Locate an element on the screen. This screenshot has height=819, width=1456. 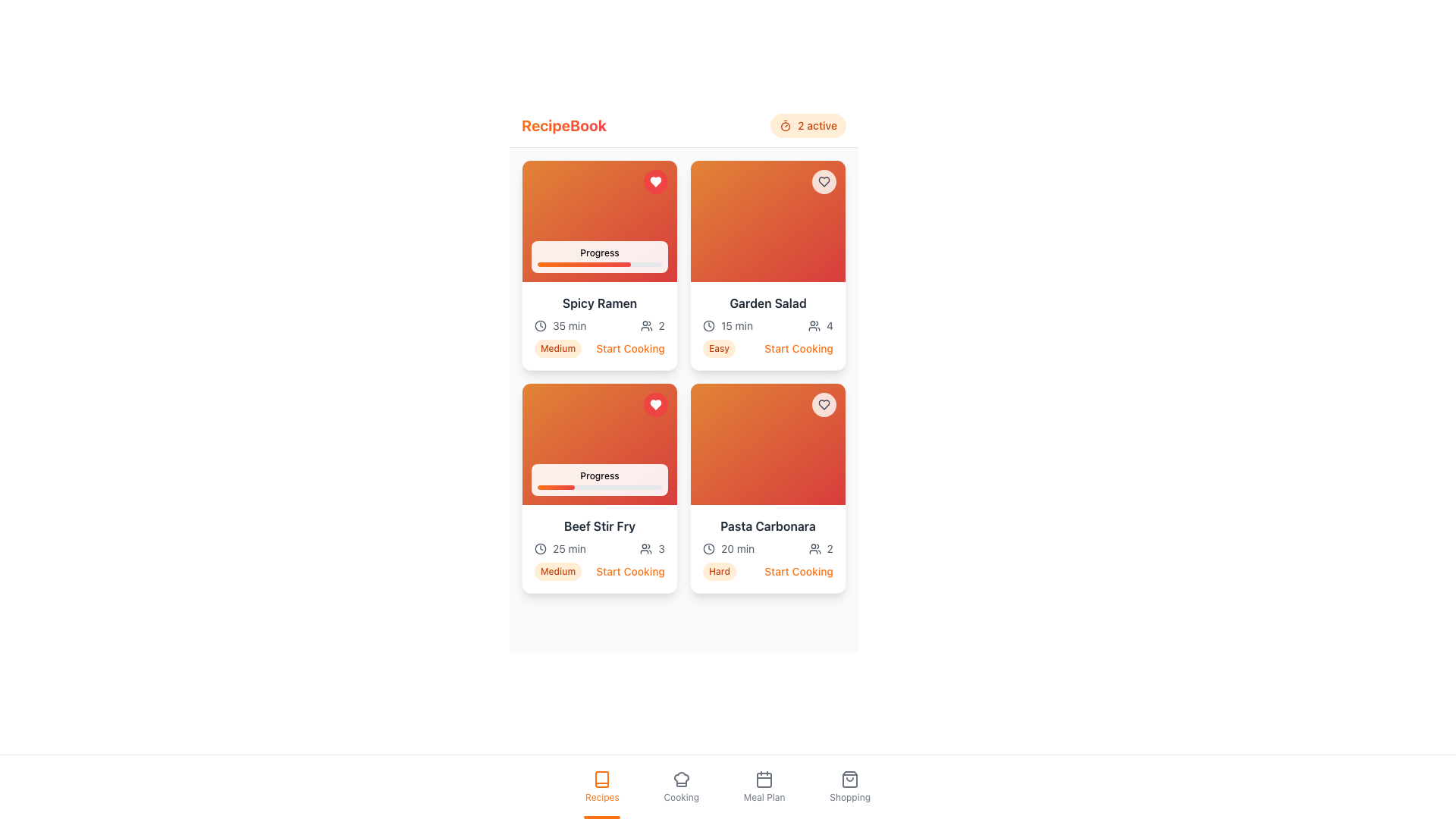
the estimated preparation time text and icon pairing located in the lower-left region of the second card in the grid layout is located at coordinates (728, 325).